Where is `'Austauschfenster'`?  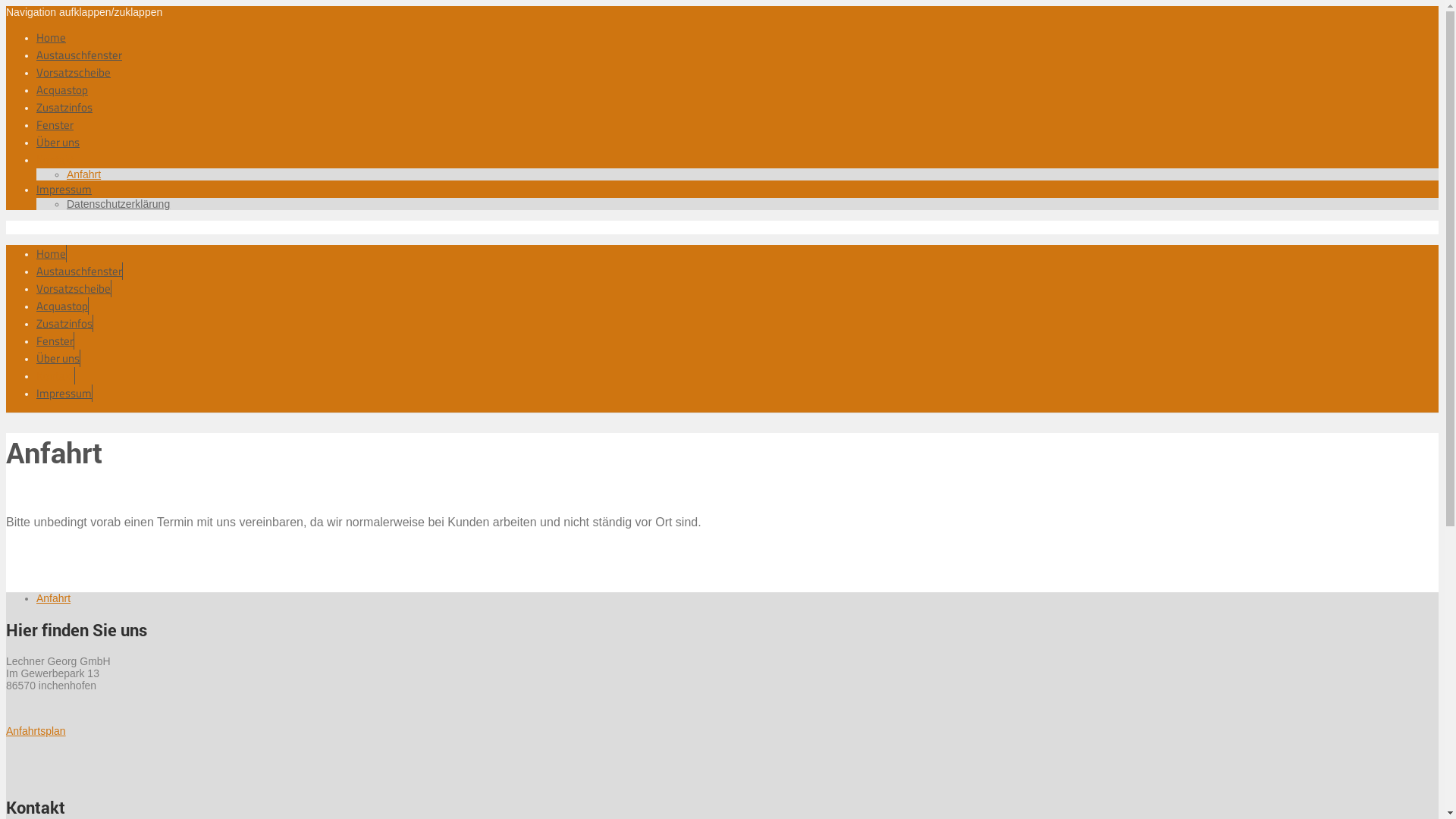 'Austauschfenster' is located at coordinates (36, 270).